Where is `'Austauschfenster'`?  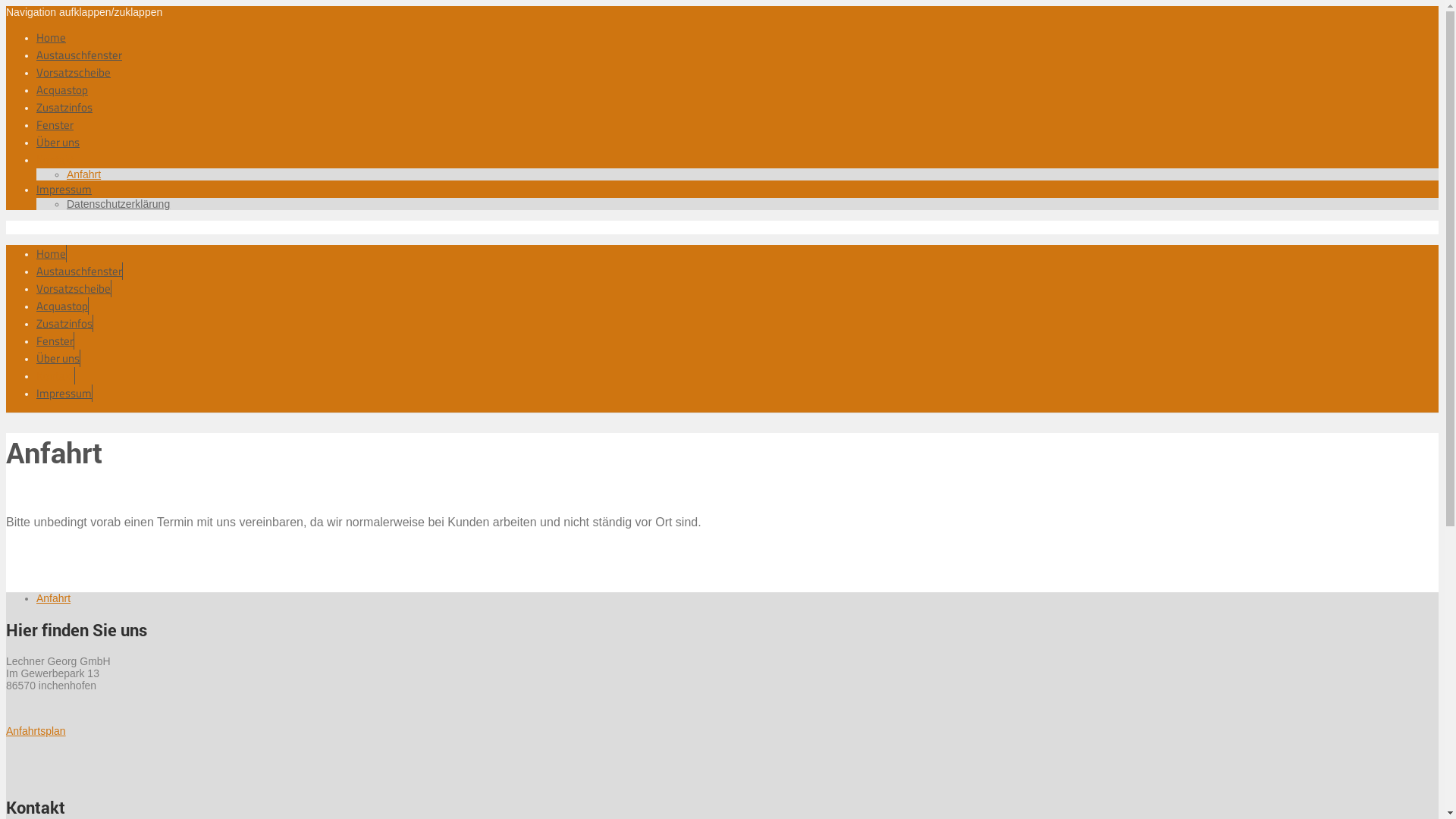 'Austauschfenster' is located at coordinates (36, 270).